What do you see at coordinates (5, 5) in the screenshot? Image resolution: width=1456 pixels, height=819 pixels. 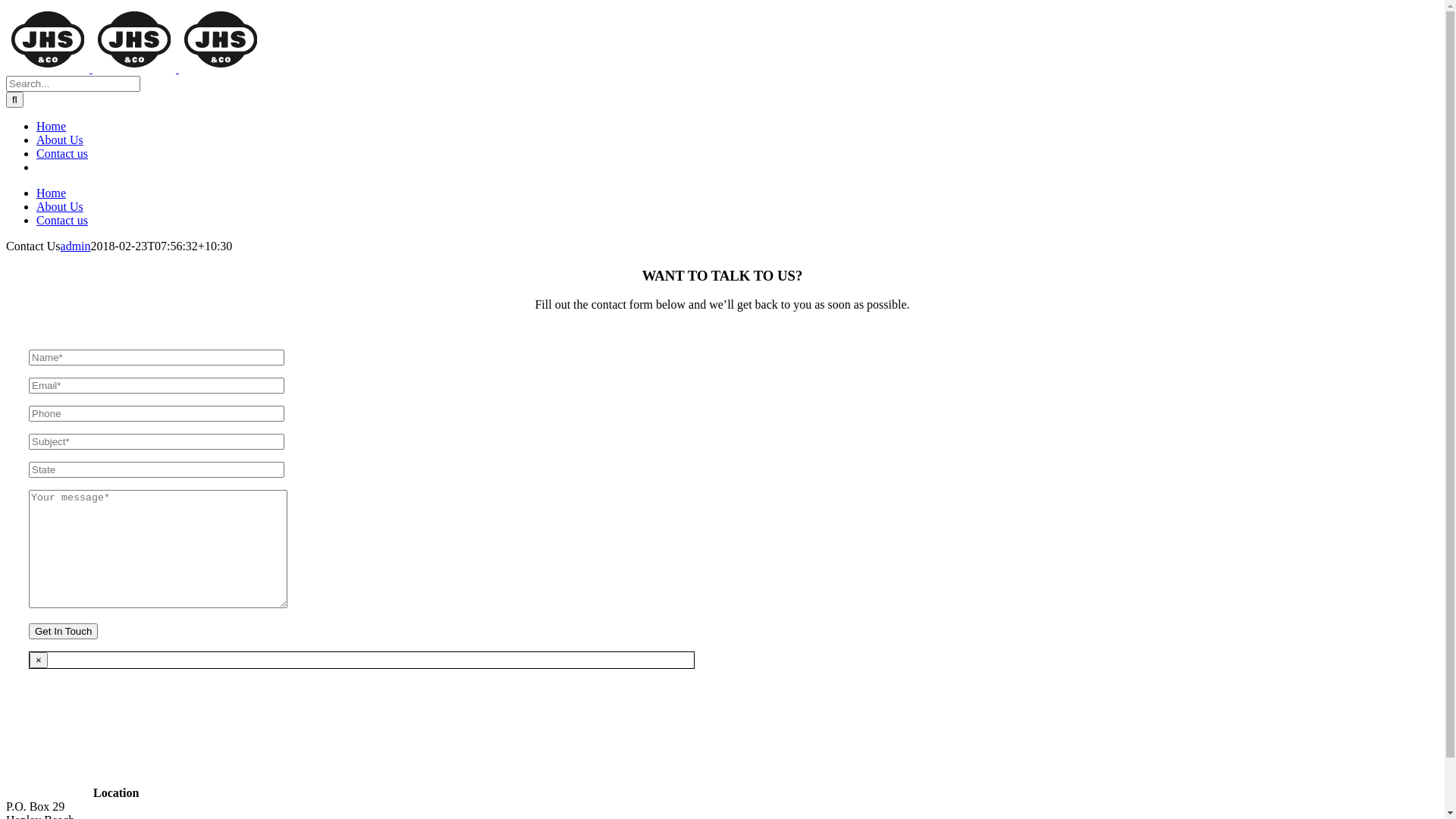 I see `'Skip to content'` at bounding box center [5, 5].